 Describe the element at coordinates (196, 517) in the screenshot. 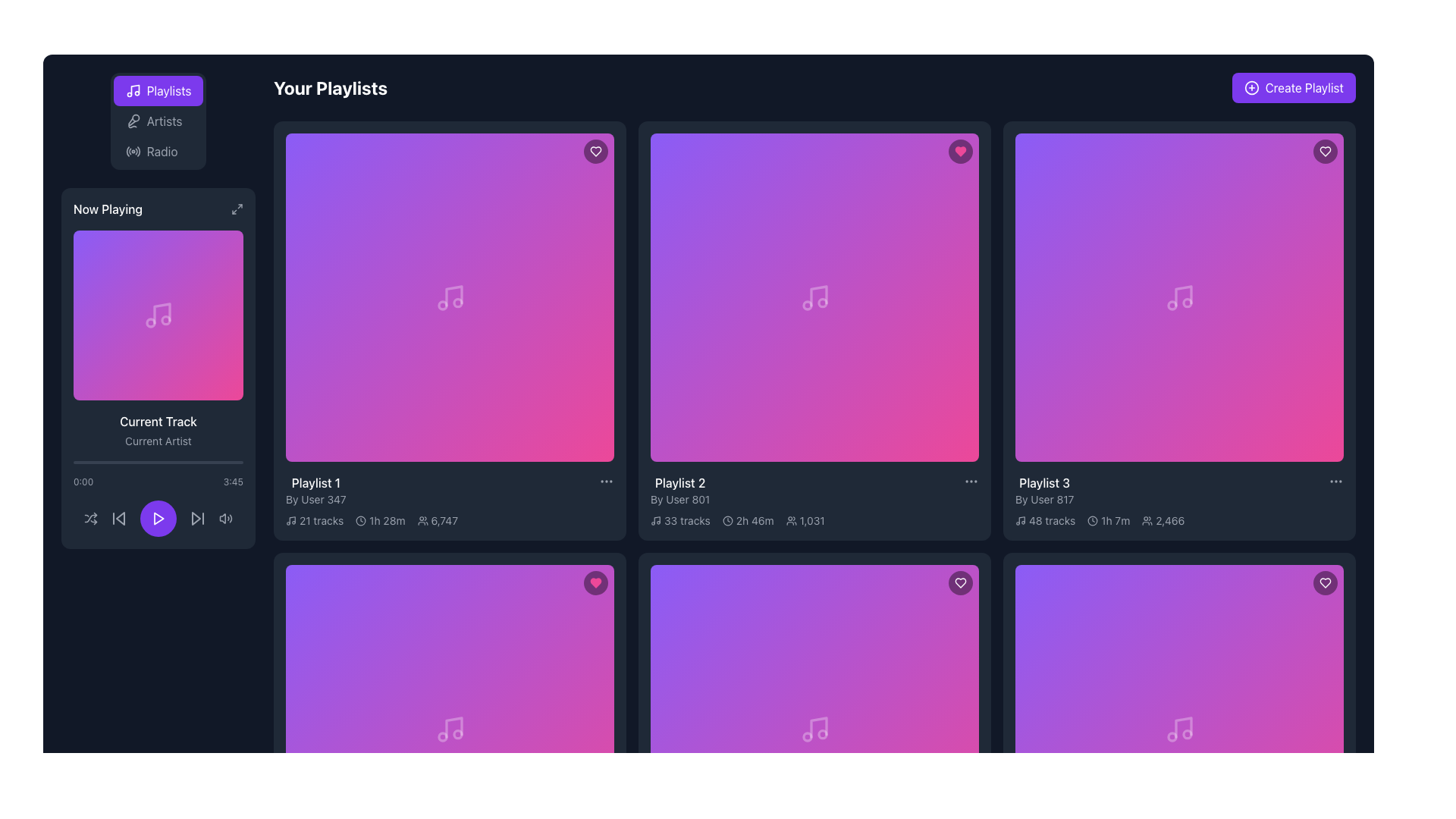

I see `the 'Skip Forward' button located in the control panel underneath the 'Now Playing' section, which is the rightmost icon in the row of playback controls` at that location.